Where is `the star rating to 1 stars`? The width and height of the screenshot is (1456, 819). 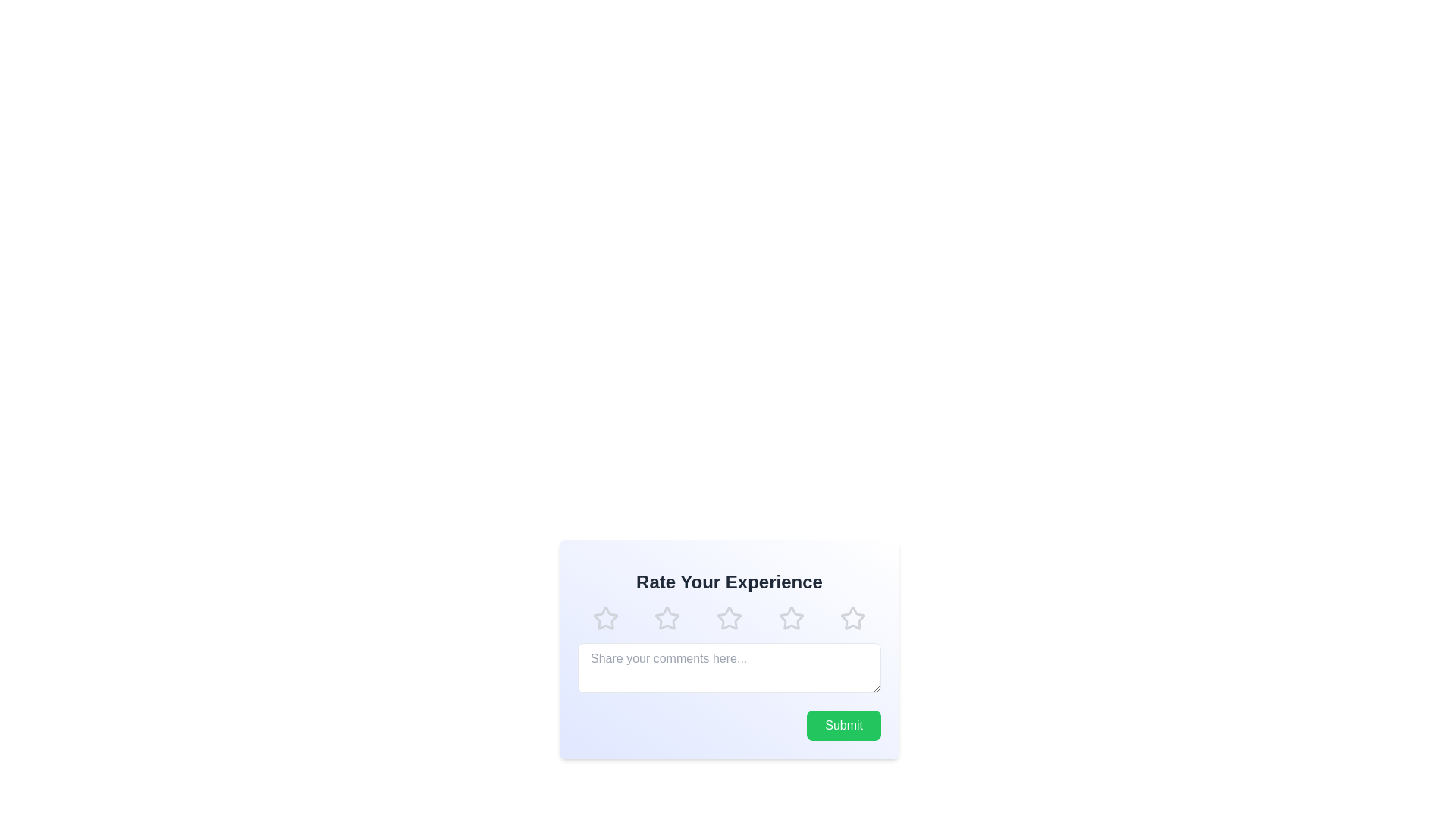
the star rating to 1 stars is located at coordinates (604, 619).